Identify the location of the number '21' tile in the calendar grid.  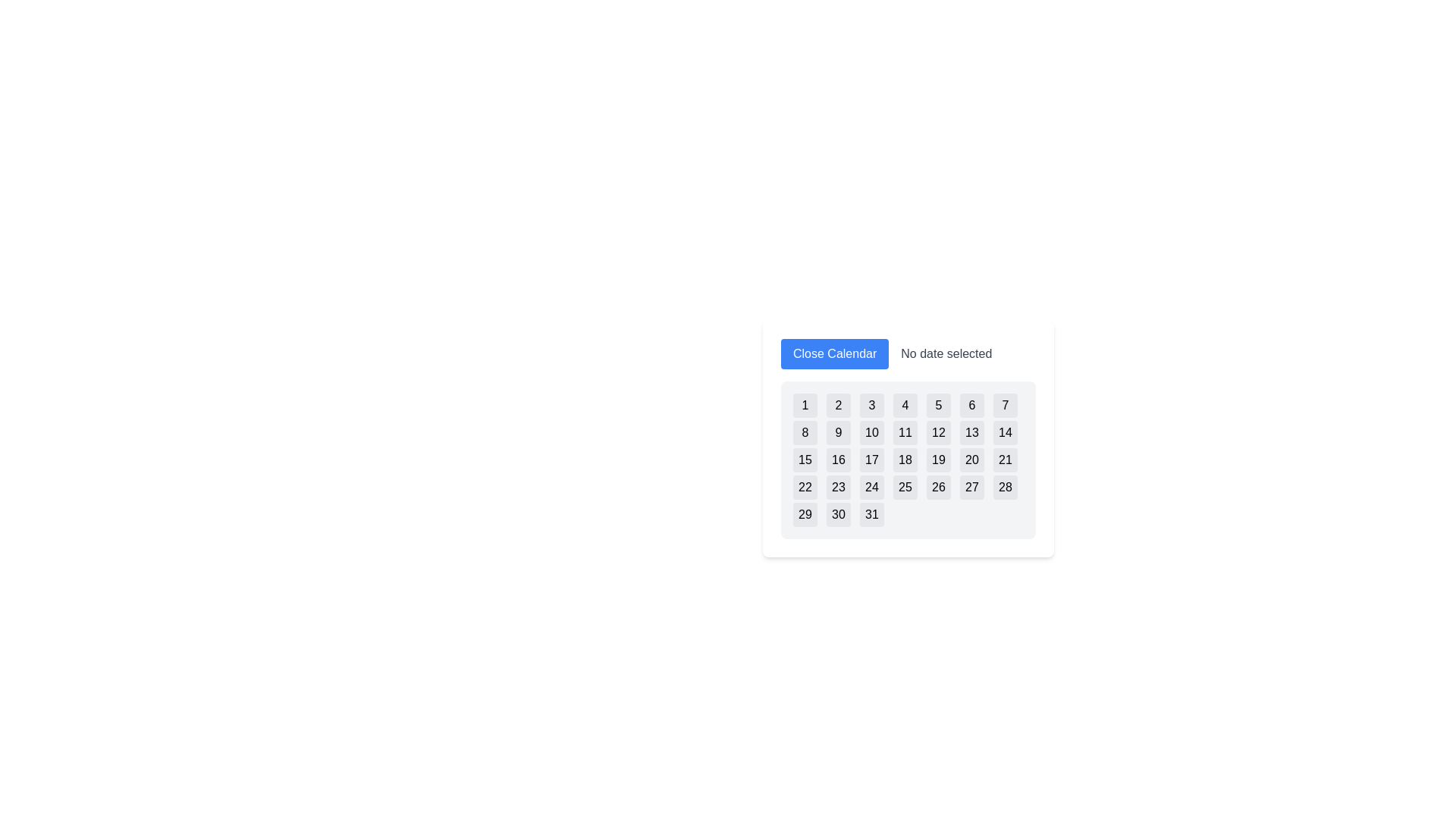
(1005, 459).